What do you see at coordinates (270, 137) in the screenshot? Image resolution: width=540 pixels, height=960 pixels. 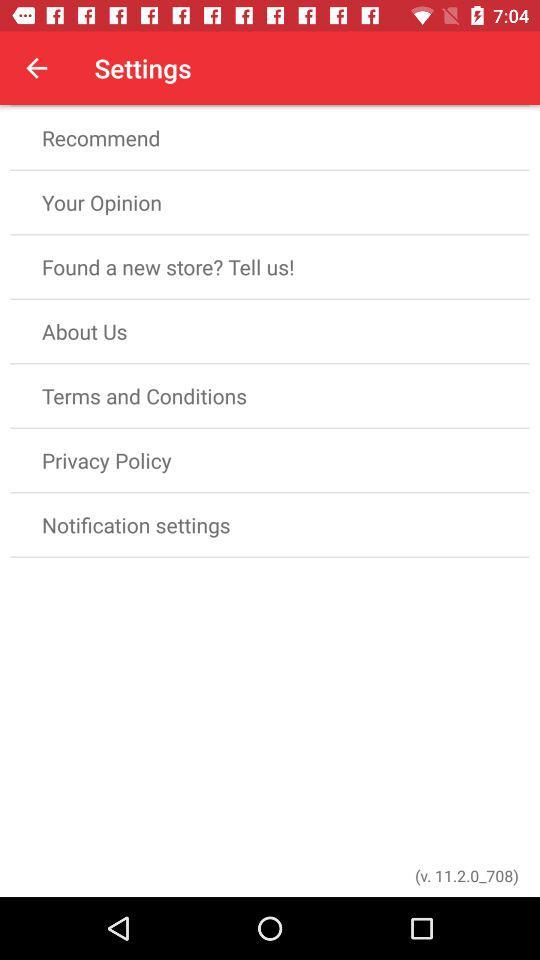 I see `the item below rate app item` at bounding box center [270, 137].